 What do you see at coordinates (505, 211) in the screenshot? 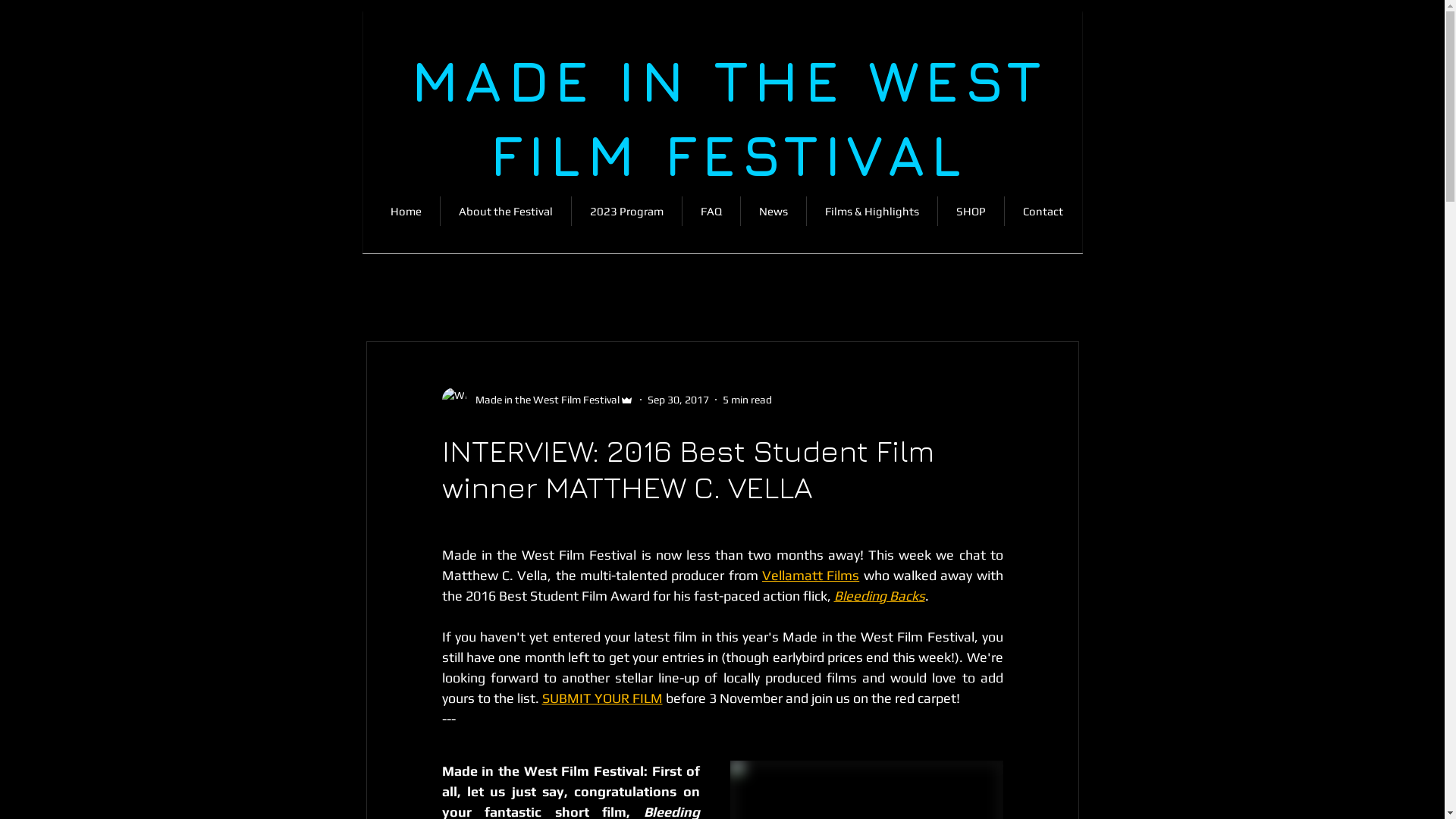
I see `'About the Festival'` at bounding box center [505, 211].